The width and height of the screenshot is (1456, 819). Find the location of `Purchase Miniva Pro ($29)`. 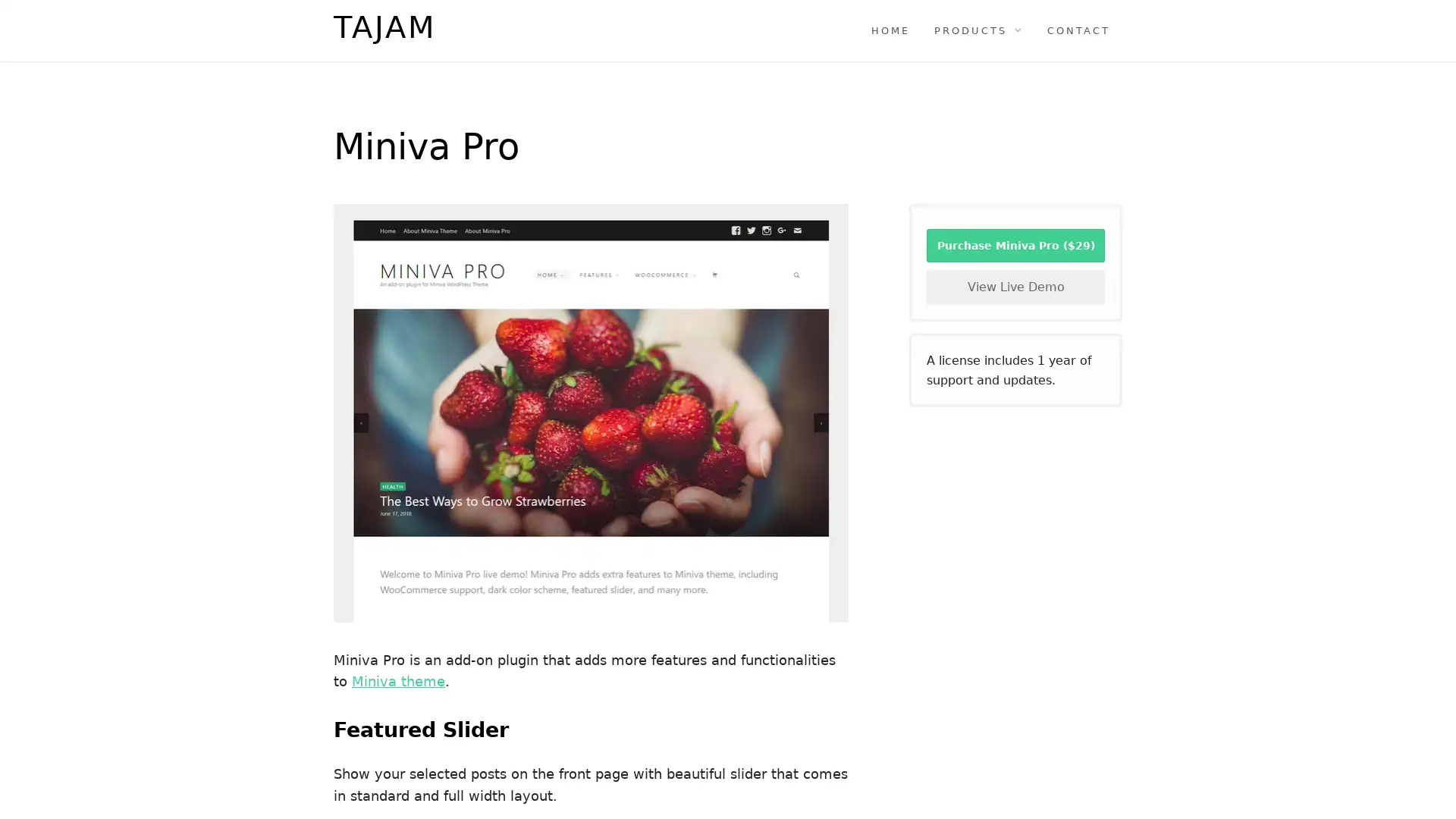

Purchase Miniva Pro ($29) is located at coordinates (1015, 245).